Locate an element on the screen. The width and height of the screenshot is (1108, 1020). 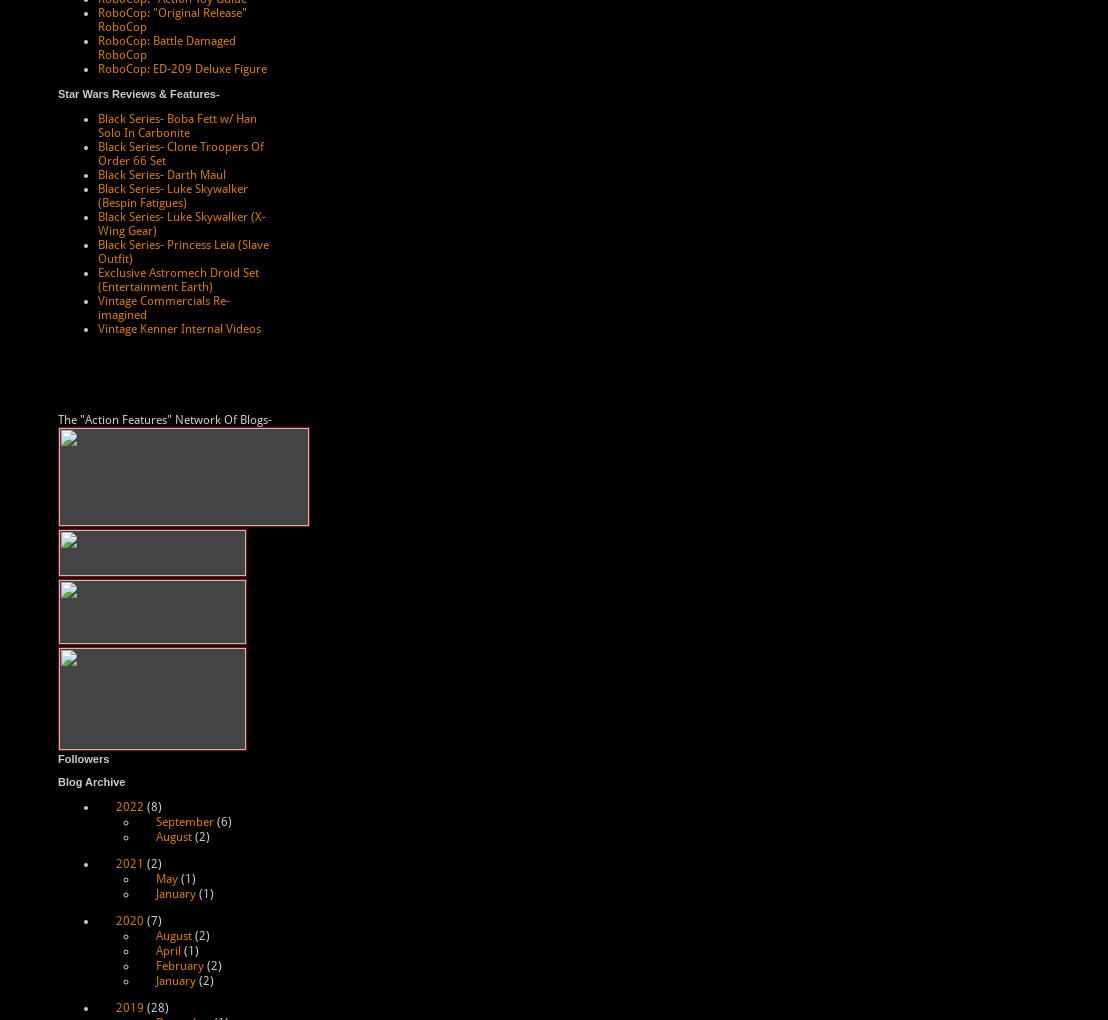
'Star Wars Reviews & Features-' is located at coordinates (56, 93).